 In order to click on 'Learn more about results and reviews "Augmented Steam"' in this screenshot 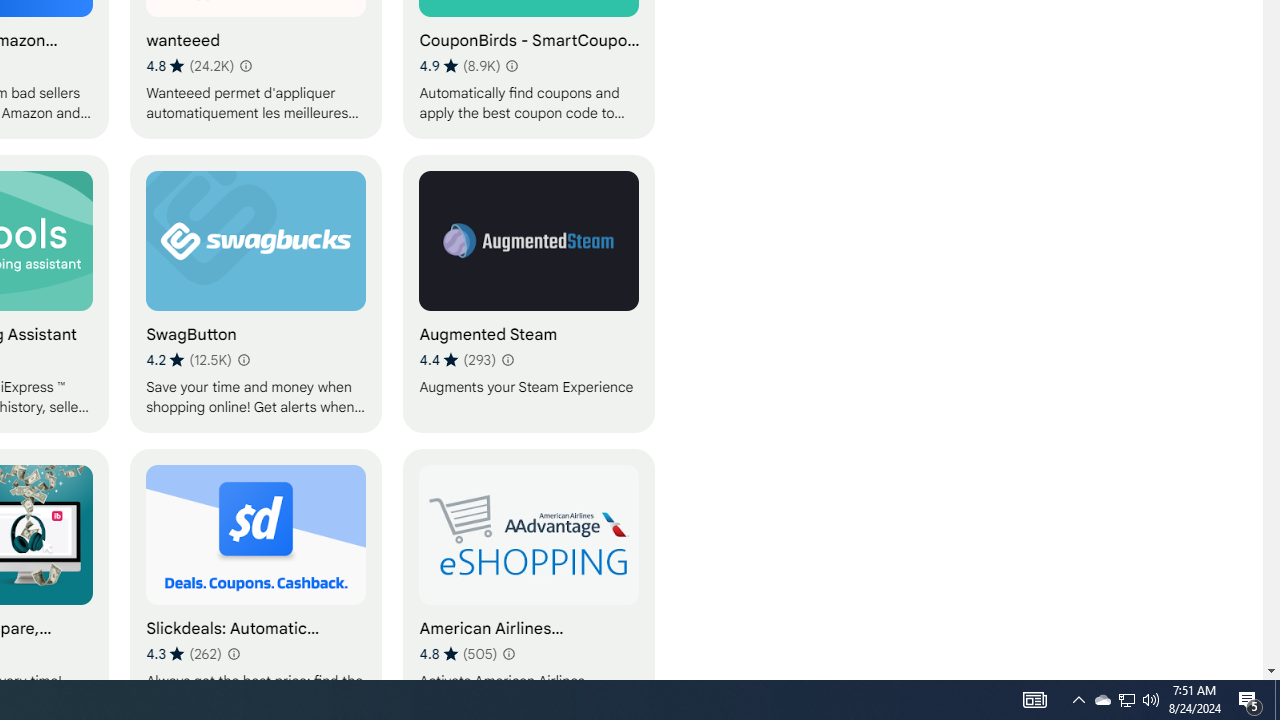, I will do `click(506, 360)`.